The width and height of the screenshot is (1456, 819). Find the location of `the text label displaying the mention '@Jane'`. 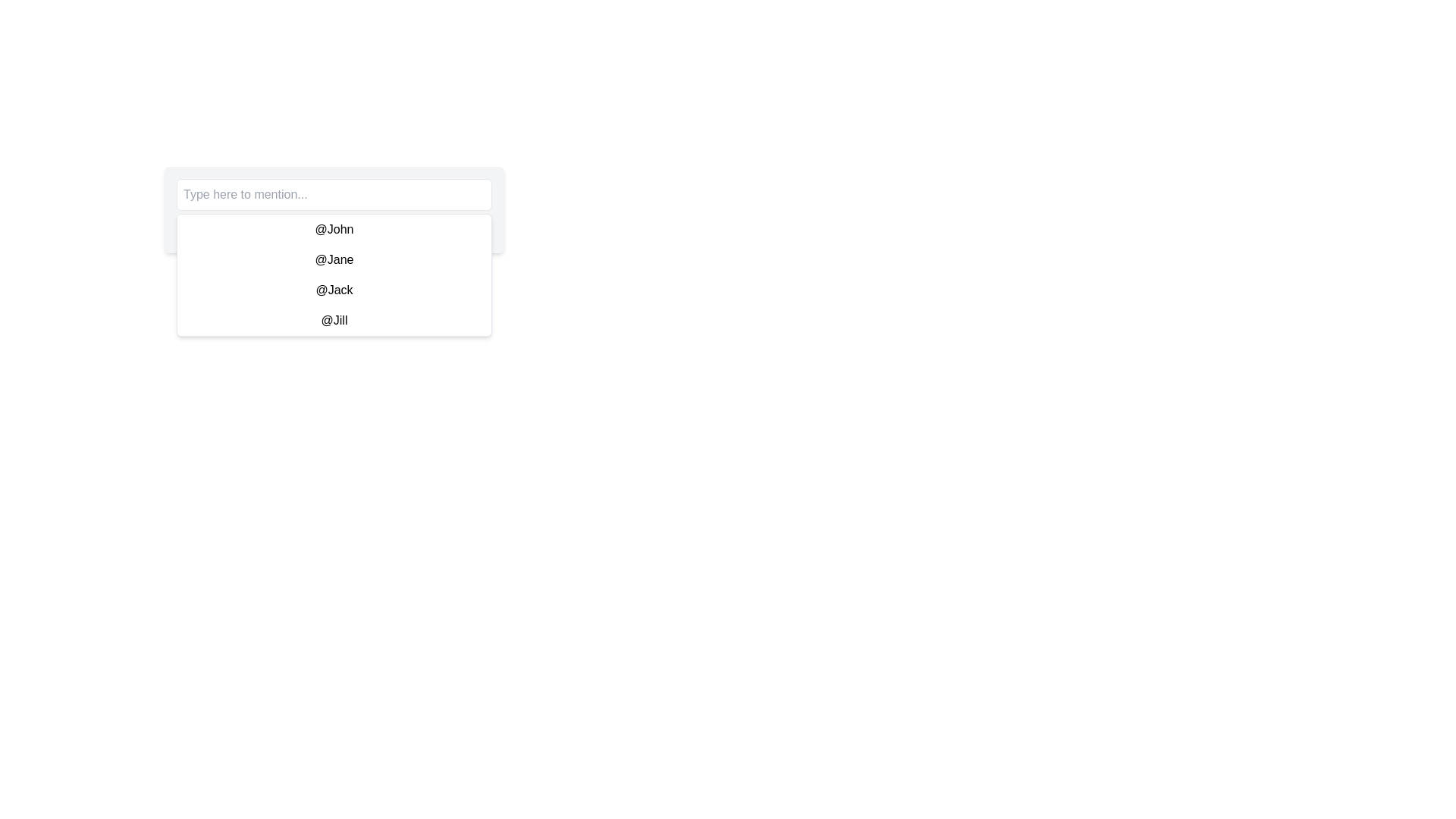

the text label displaying the mention '@Jane' is located at coordinates (334, 259).